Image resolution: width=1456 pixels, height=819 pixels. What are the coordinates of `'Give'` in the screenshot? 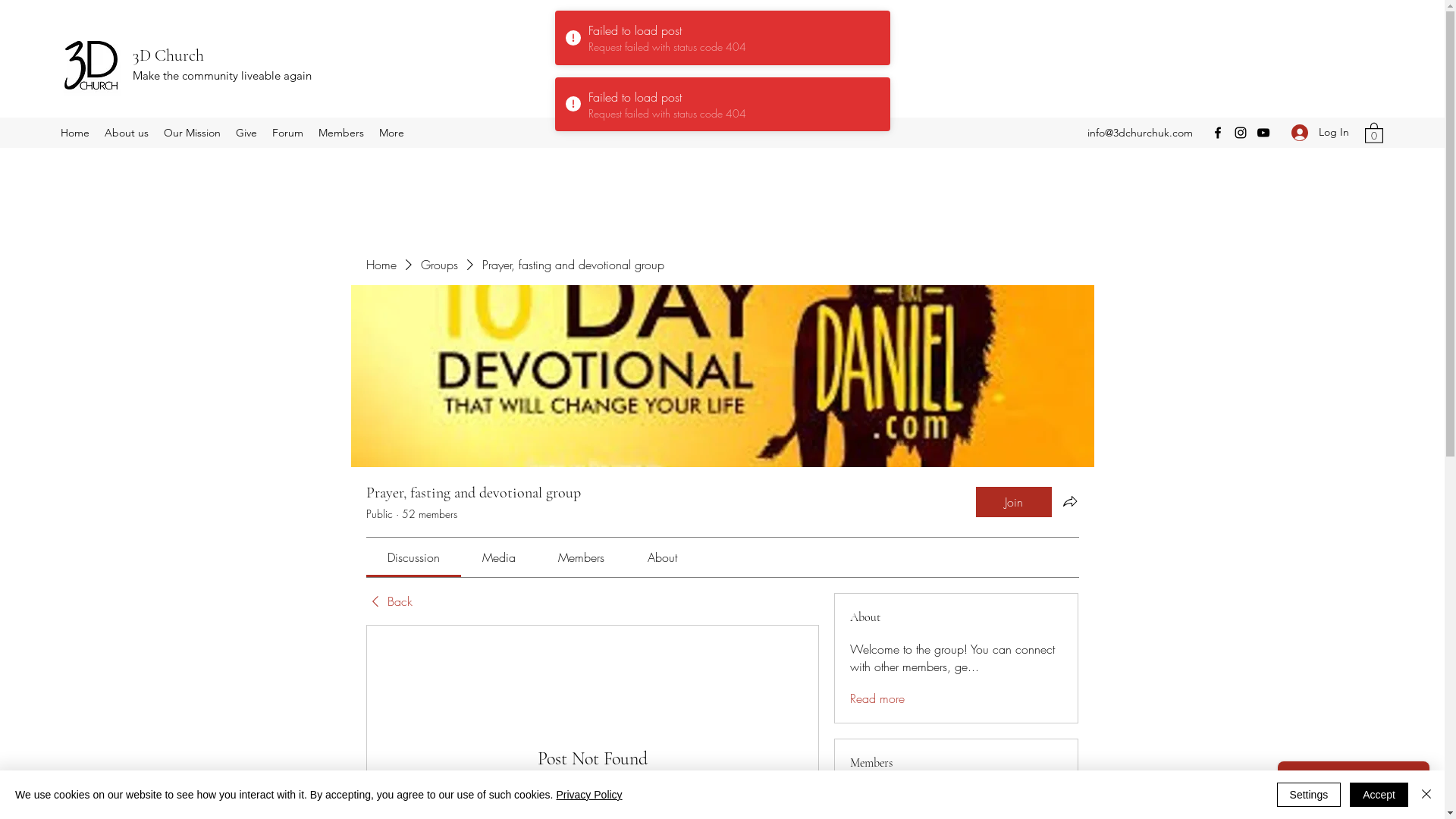 It's located at (246, 131).